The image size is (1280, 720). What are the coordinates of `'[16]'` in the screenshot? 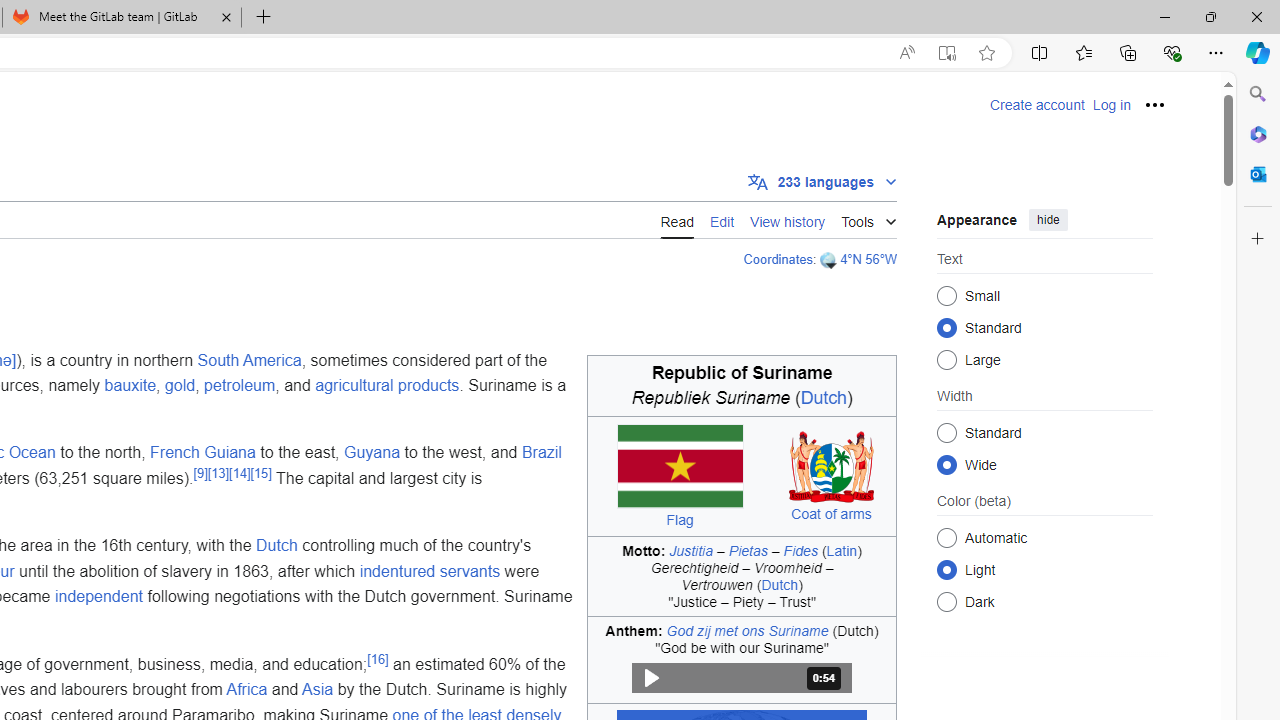 It's located at (378, 658).